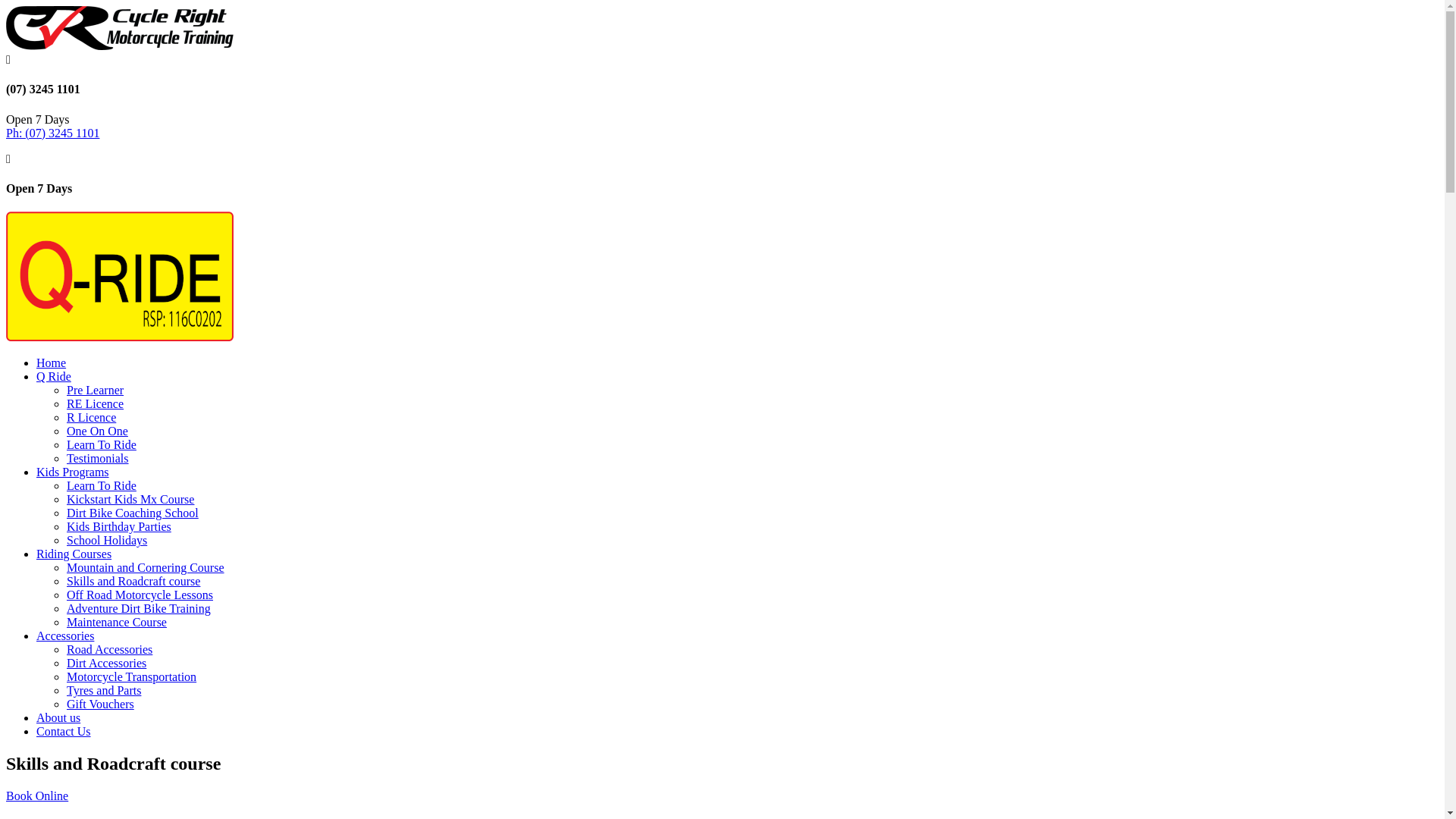  Describe the element at coordinates (64, 635) in the screenshot. I see `'Accessories'` at that location.